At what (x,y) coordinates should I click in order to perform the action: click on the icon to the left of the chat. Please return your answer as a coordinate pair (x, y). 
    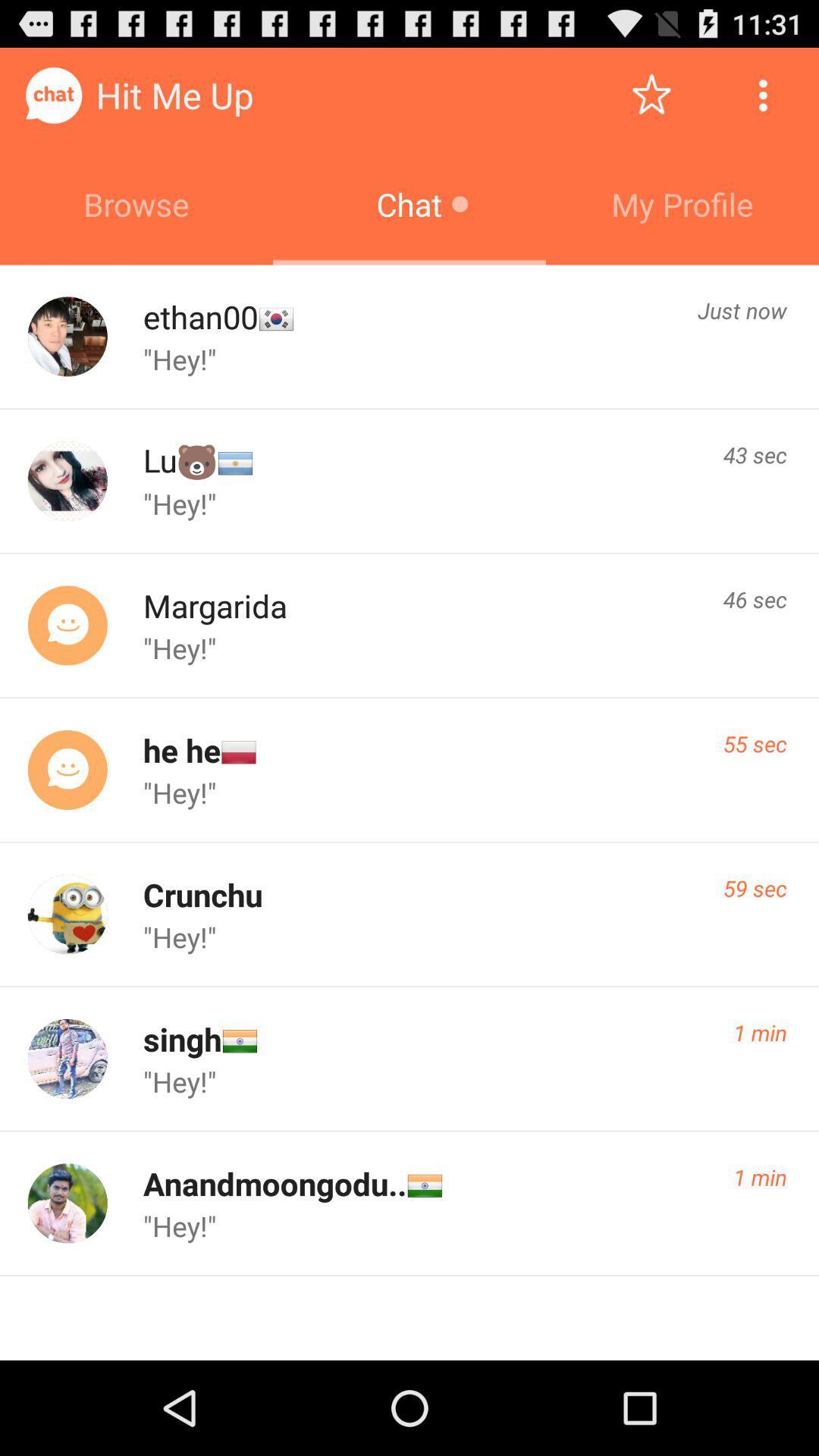
    Looking at the image, I should click on (136, 203).